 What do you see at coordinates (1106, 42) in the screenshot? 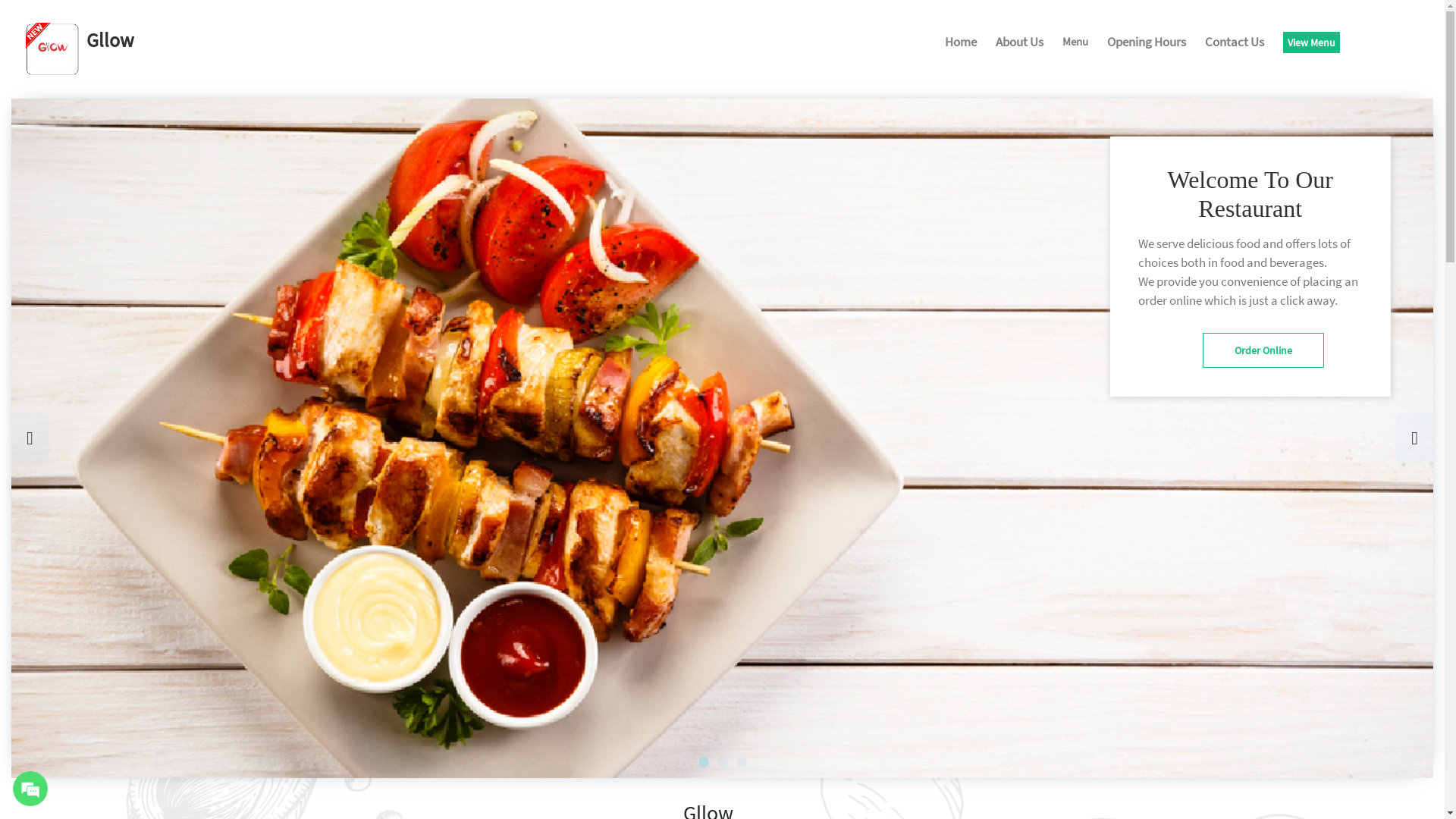
I see `'Opening Hours'` at bounding box center [1106, 42].